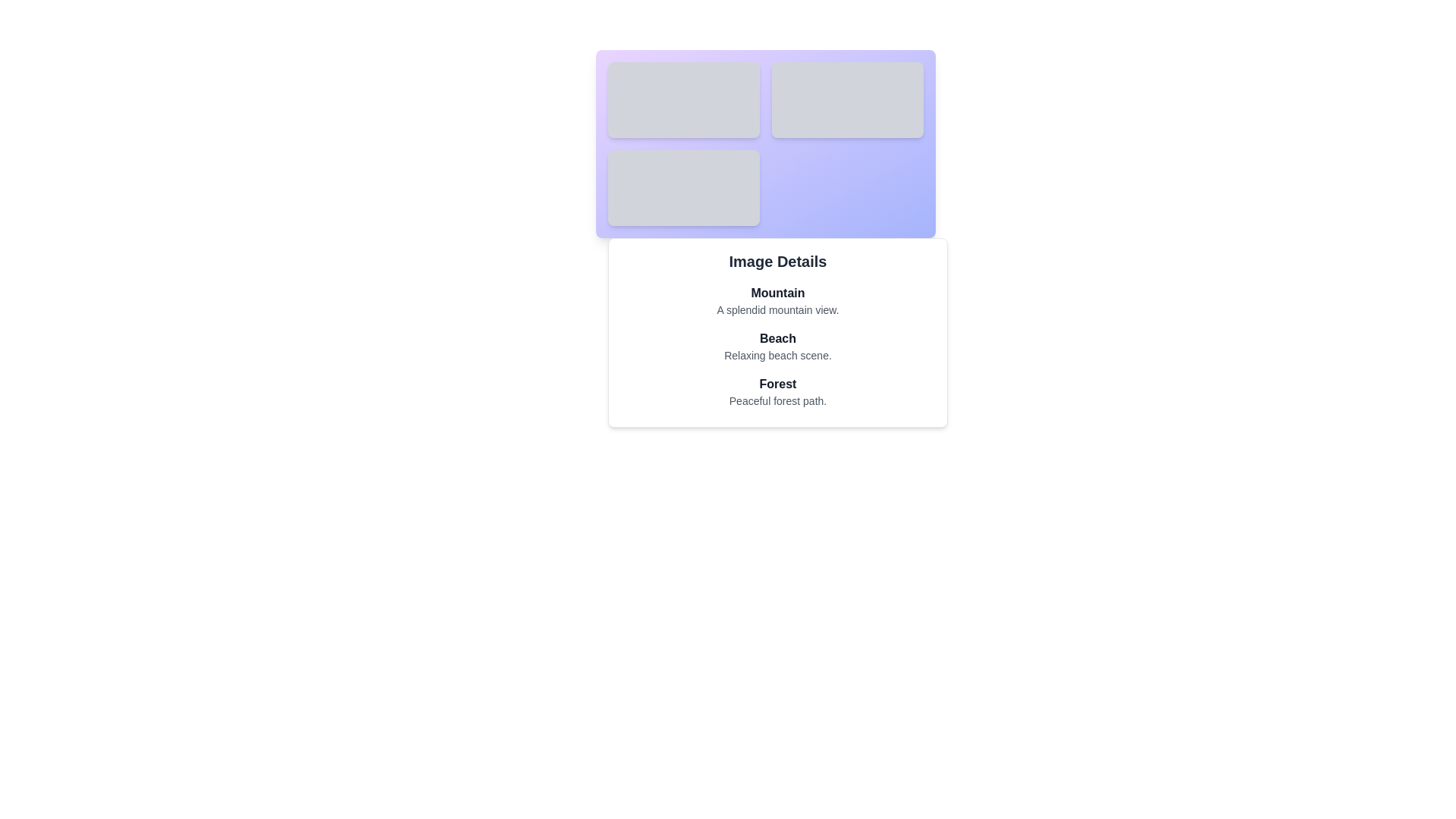 The image size is (1456, 819). I want to click on text from the Text Block that provides a description of the 'Beach' image, which is positioned under the 'Image Details' section, between 'Mountain' and 'Forest', so click(778, 346).